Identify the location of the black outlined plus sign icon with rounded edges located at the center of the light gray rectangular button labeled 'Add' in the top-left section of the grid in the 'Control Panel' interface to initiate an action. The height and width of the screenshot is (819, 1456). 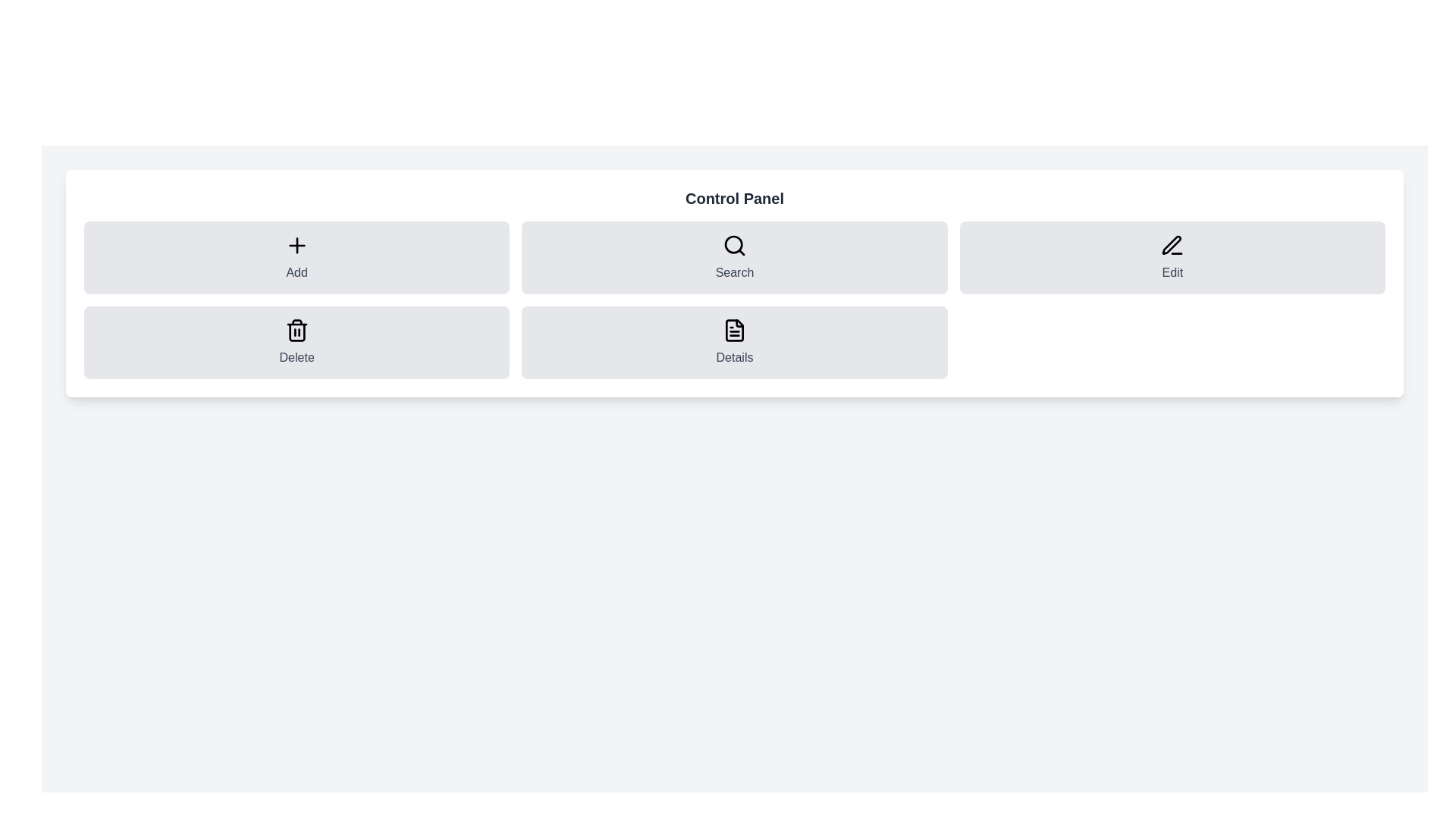
(297, 245).